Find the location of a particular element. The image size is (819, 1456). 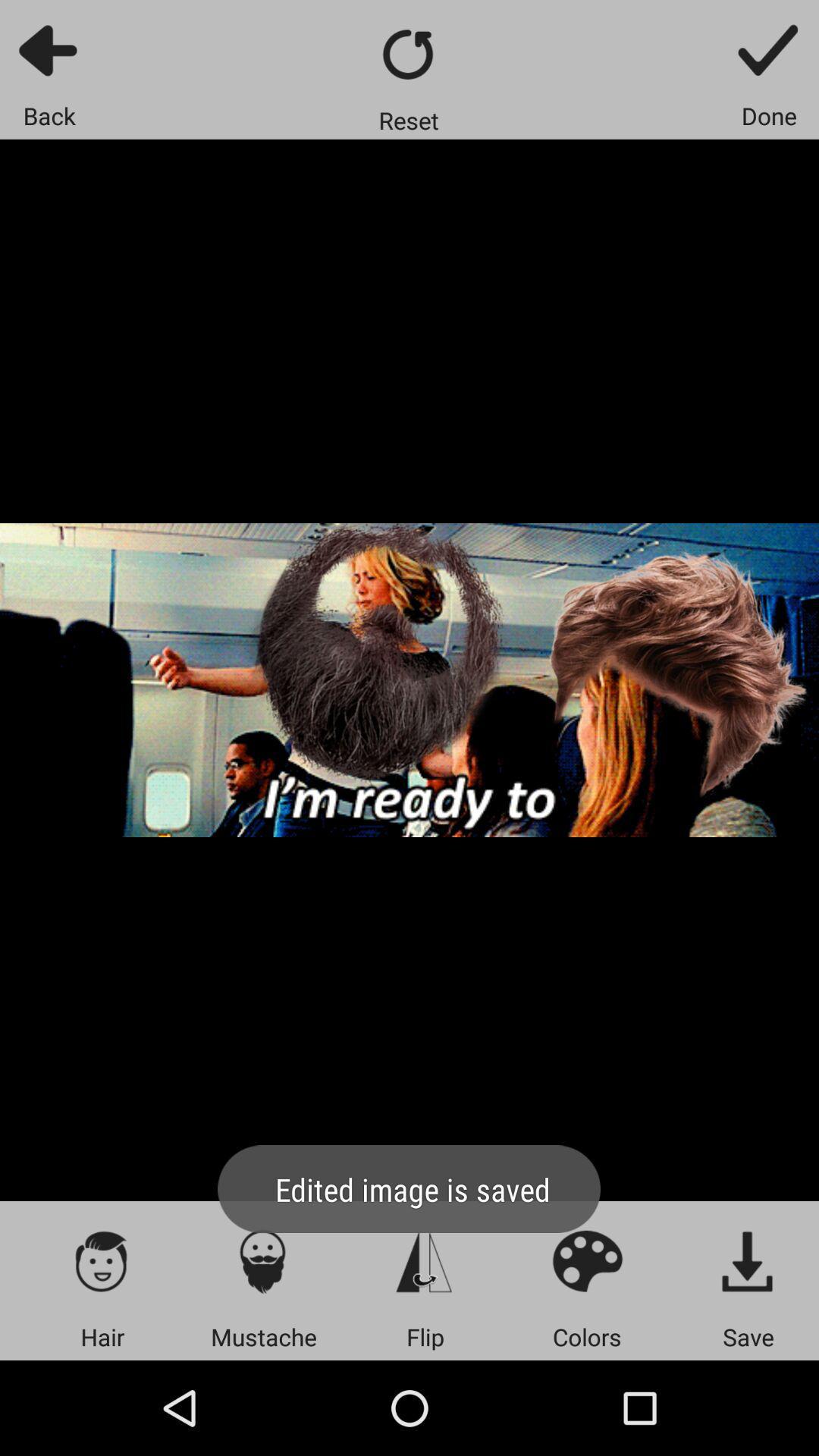

the download is located at coordinates (748, 1260).